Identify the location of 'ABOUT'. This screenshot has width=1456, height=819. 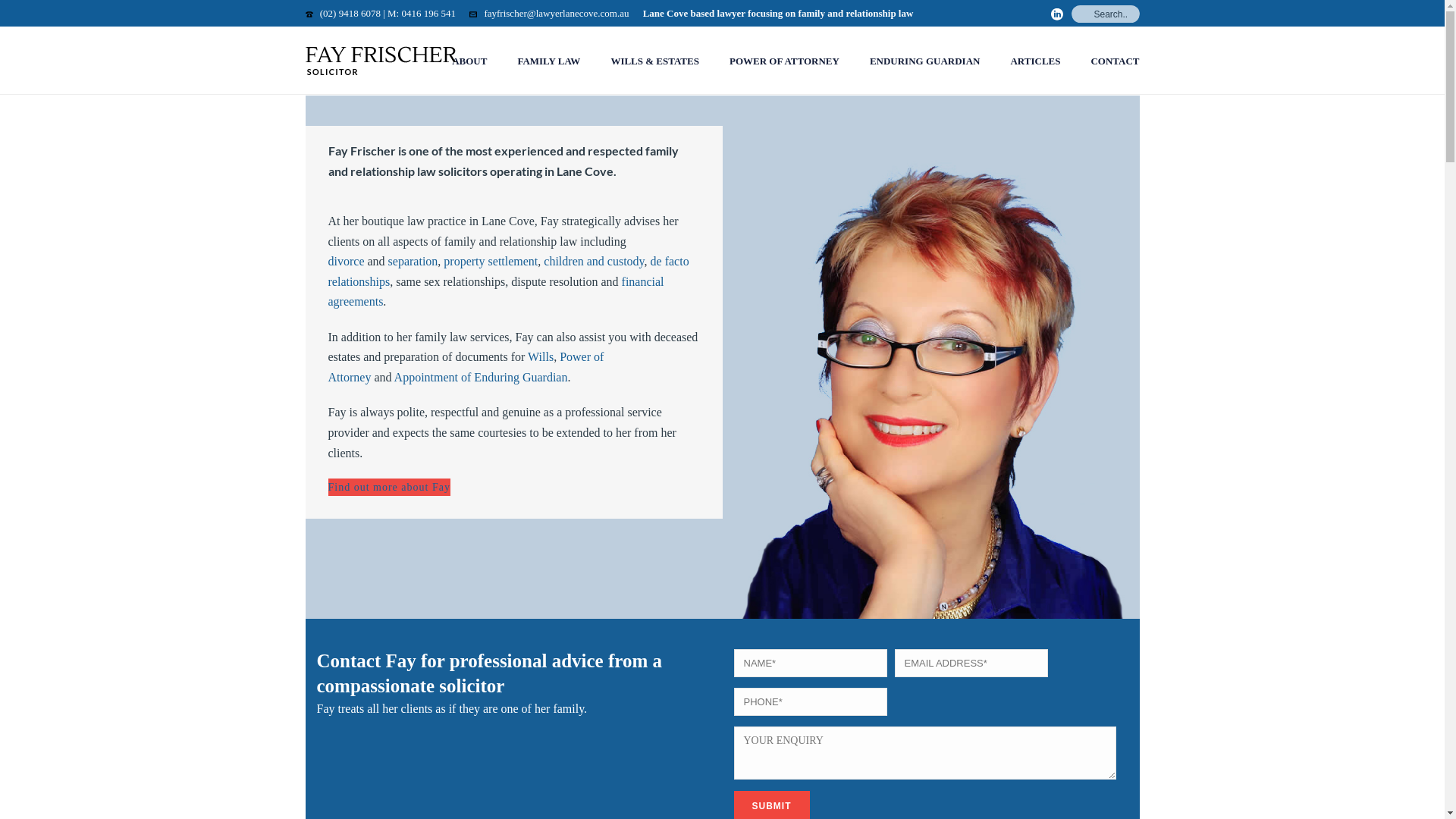
(436, 61).